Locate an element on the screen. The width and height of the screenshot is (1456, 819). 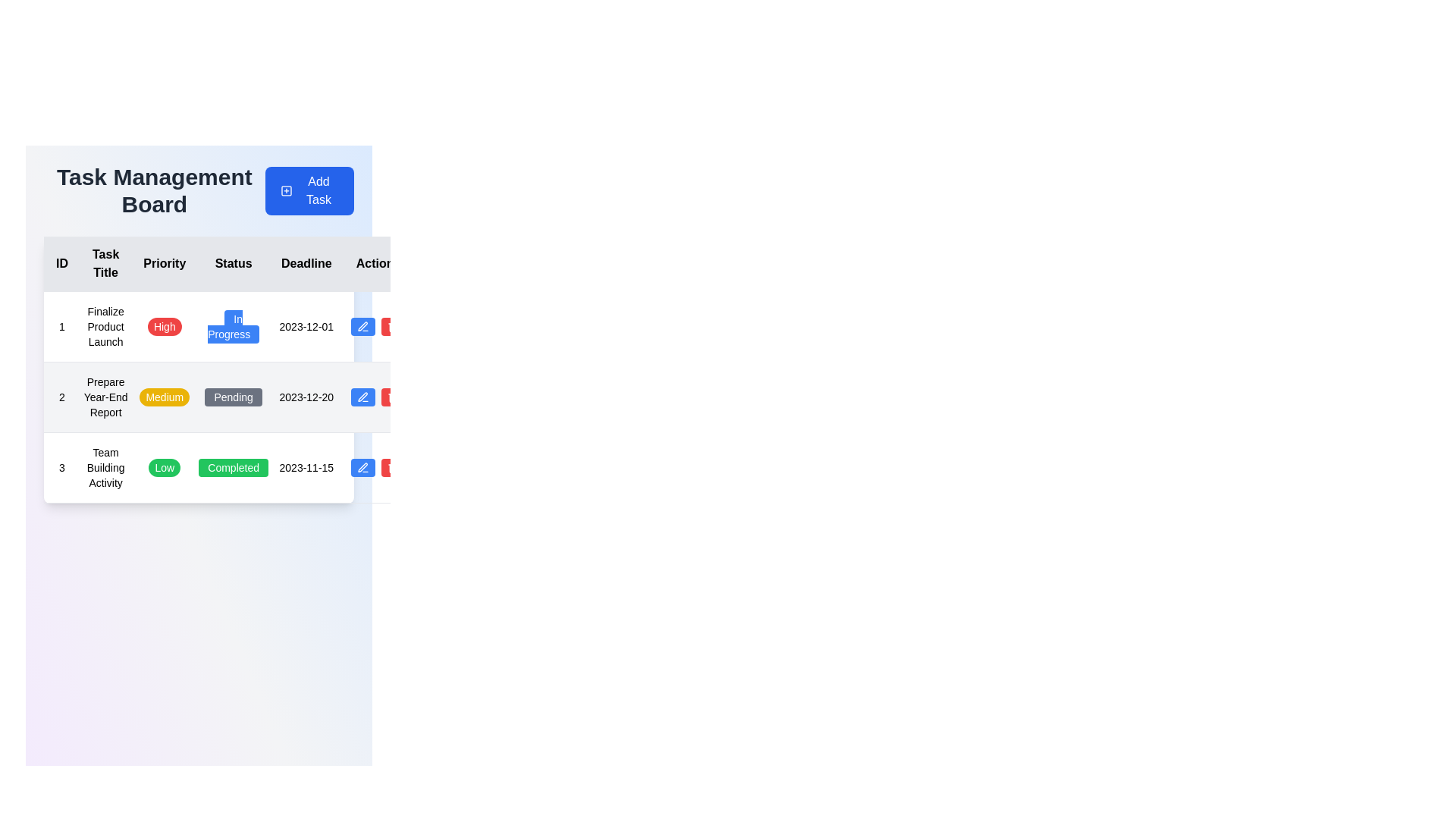
the third row of the task management table containing action buttons for navigation purposes is located at coordinates (227, 467).